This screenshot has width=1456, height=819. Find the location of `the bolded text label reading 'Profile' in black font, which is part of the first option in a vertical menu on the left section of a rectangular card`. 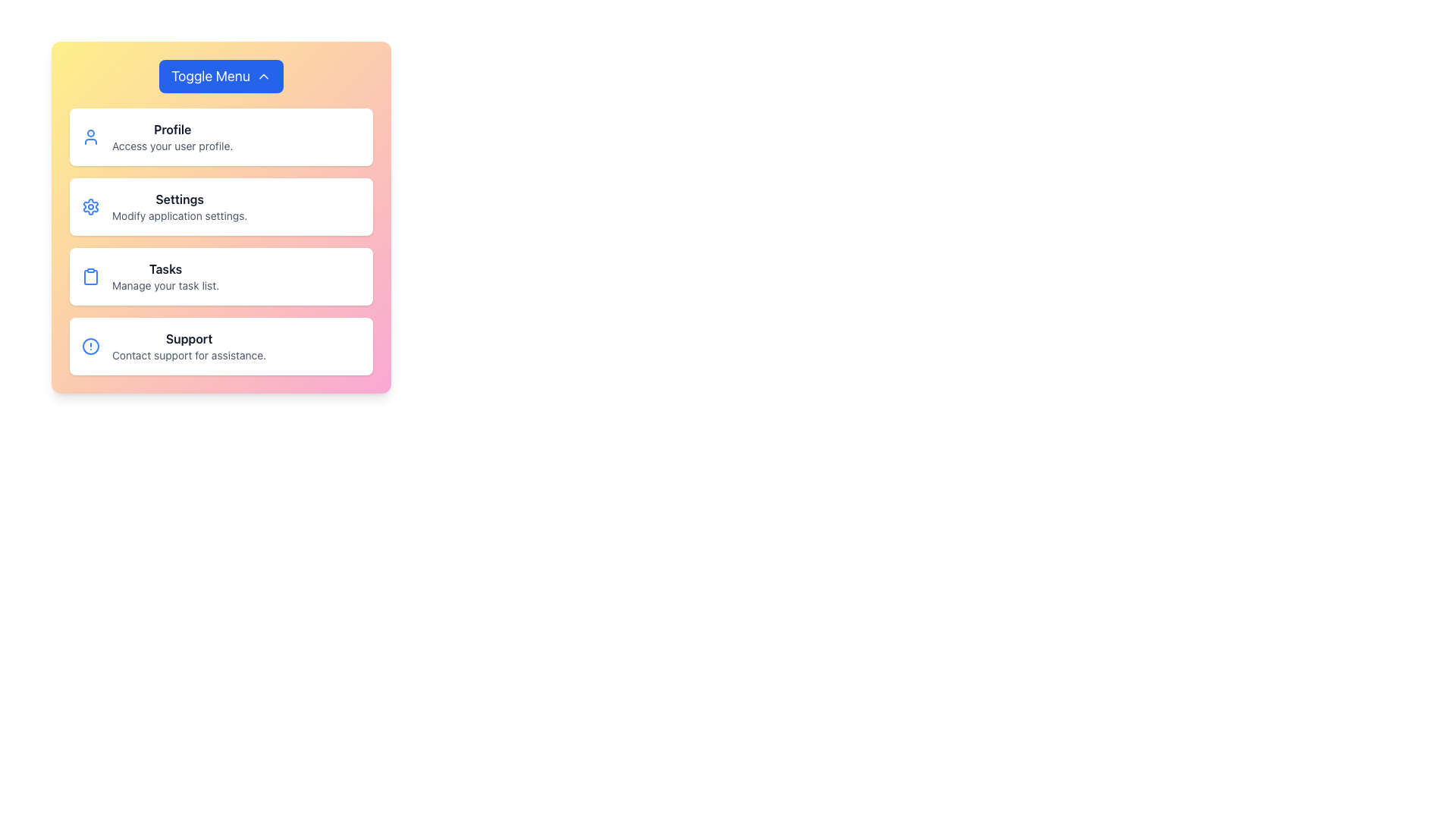

the bolded text label reading 'Profile' in black font, which is part of the first option in a vertical menu on the left section of a rectangular card is located at coordinates (172, 128).